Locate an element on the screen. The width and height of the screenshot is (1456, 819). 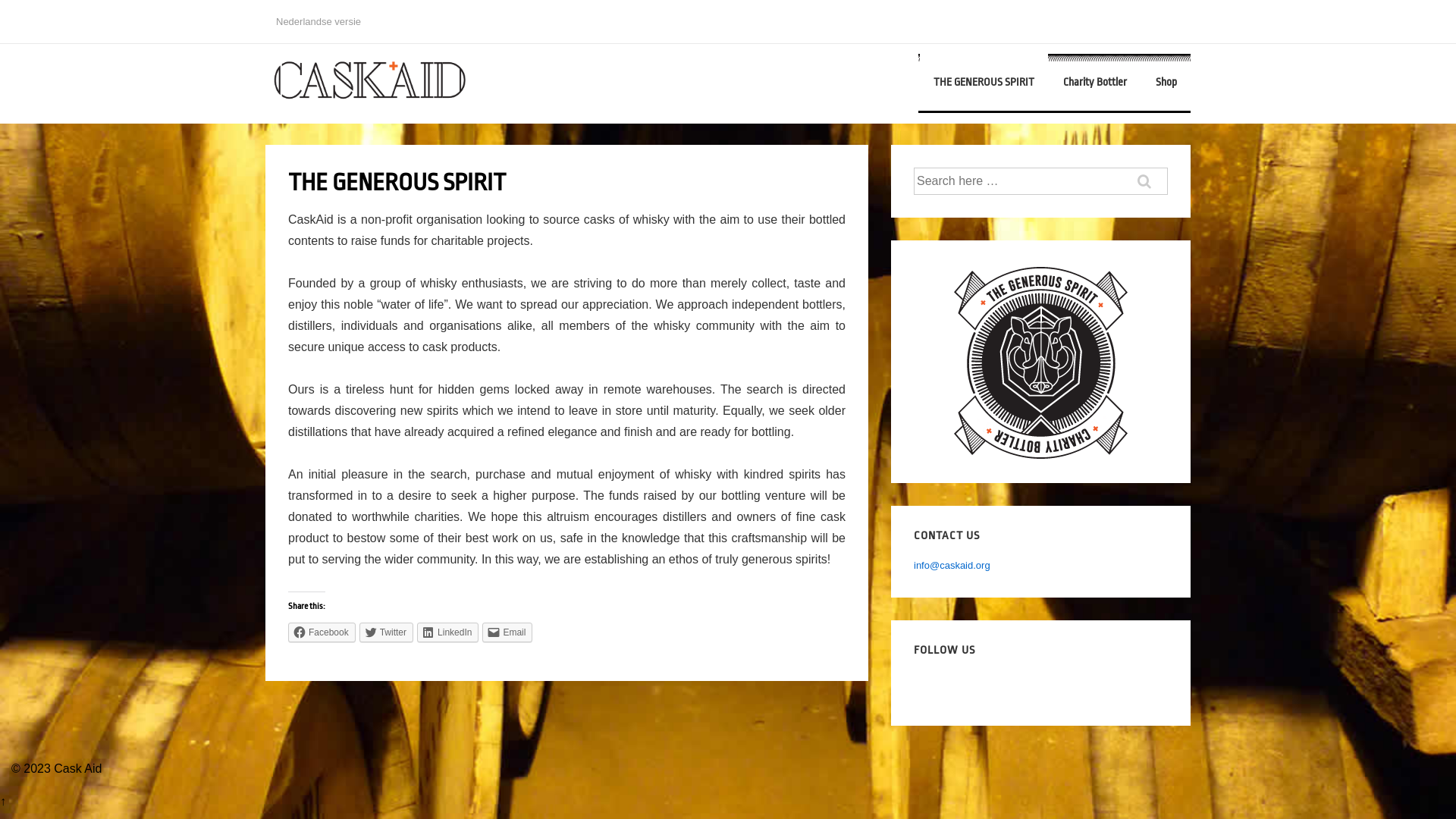
'Facebook' is located at coordinates (321, 632).